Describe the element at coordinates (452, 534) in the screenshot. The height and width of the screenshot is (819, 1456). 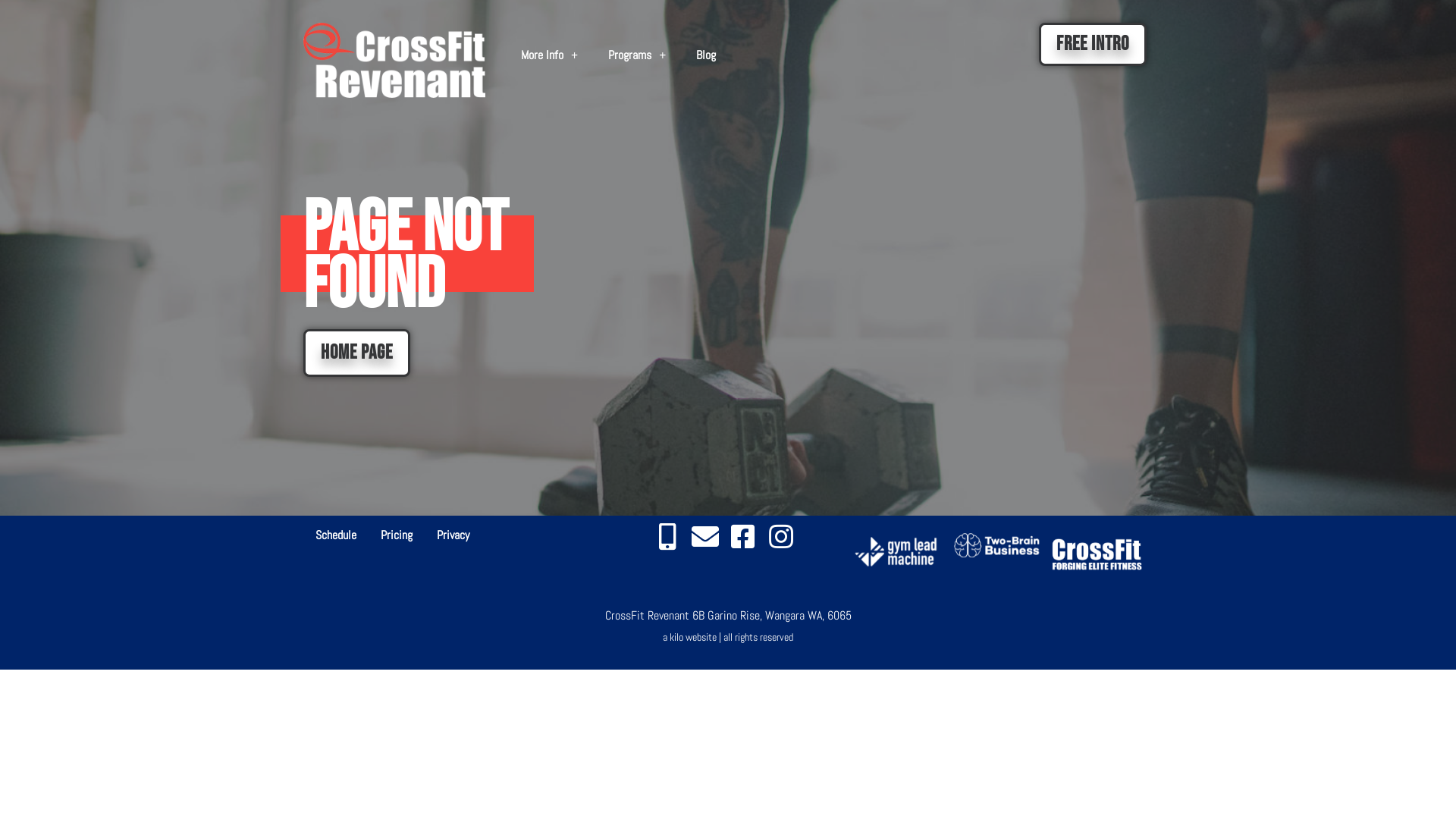
I see `'Privacy'` at that location.